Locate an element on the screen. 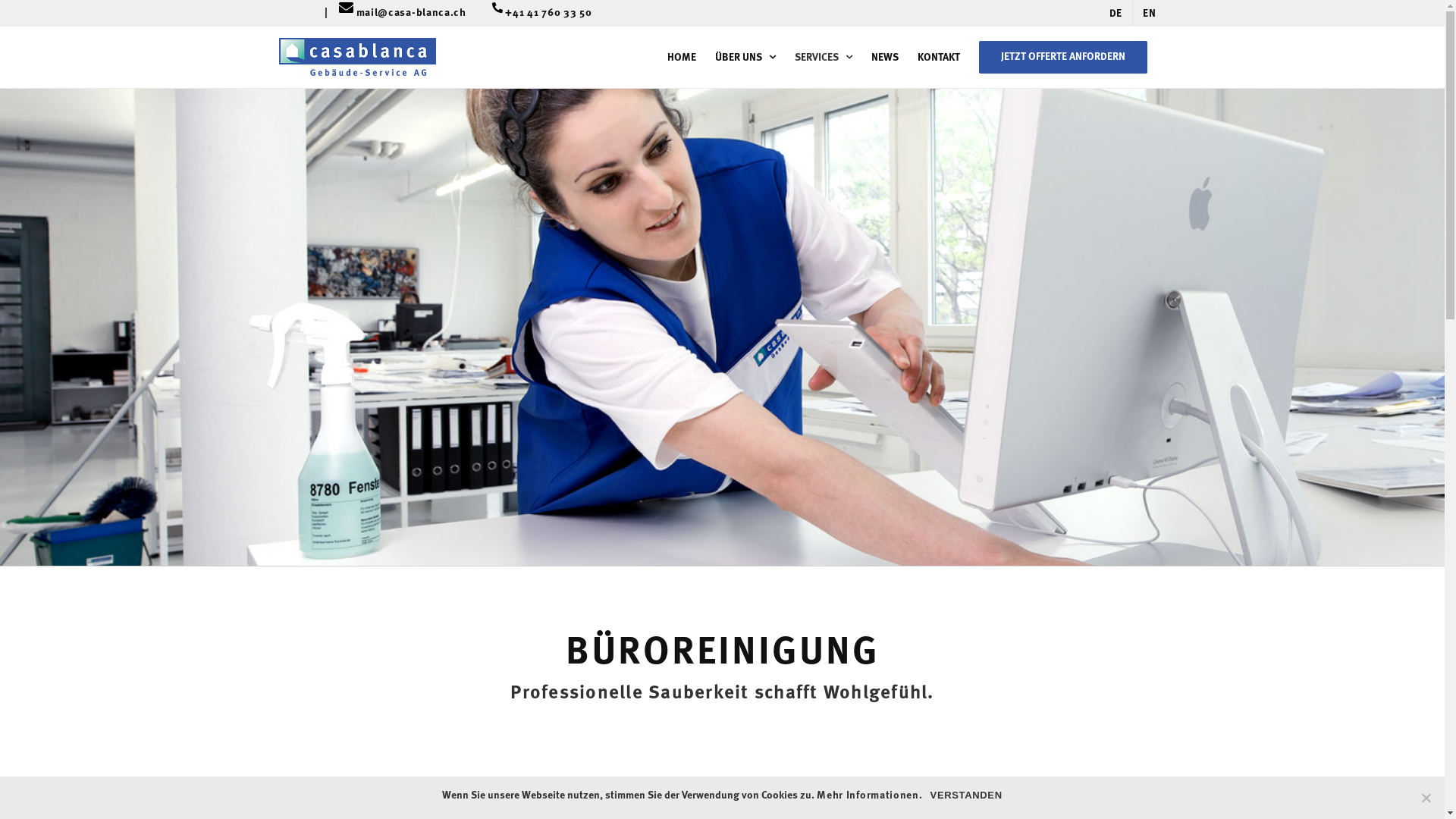 Image resolution: width=1456 pixels, height=819 pixels. 'Mehr Informationen.' is located at coordinates (815, 795).